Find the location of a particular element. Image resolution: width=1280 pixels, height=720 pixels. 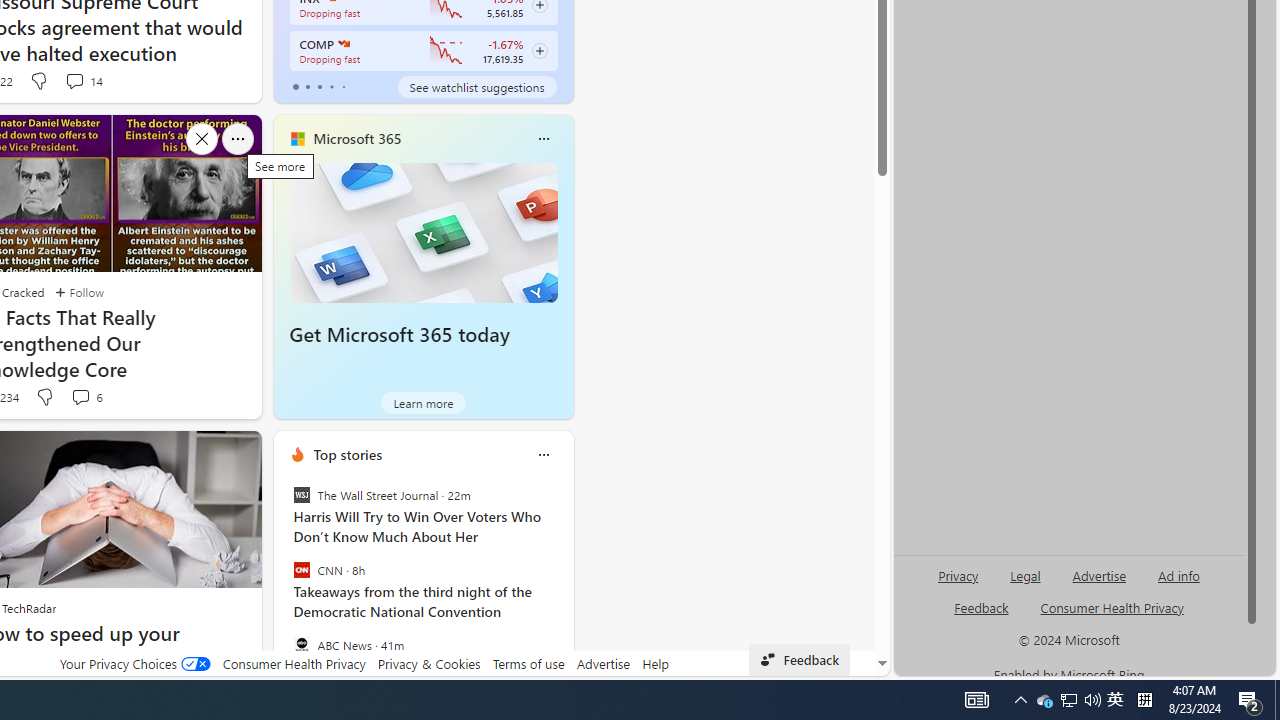

'tab-2' is located at coordinates (320, 86).